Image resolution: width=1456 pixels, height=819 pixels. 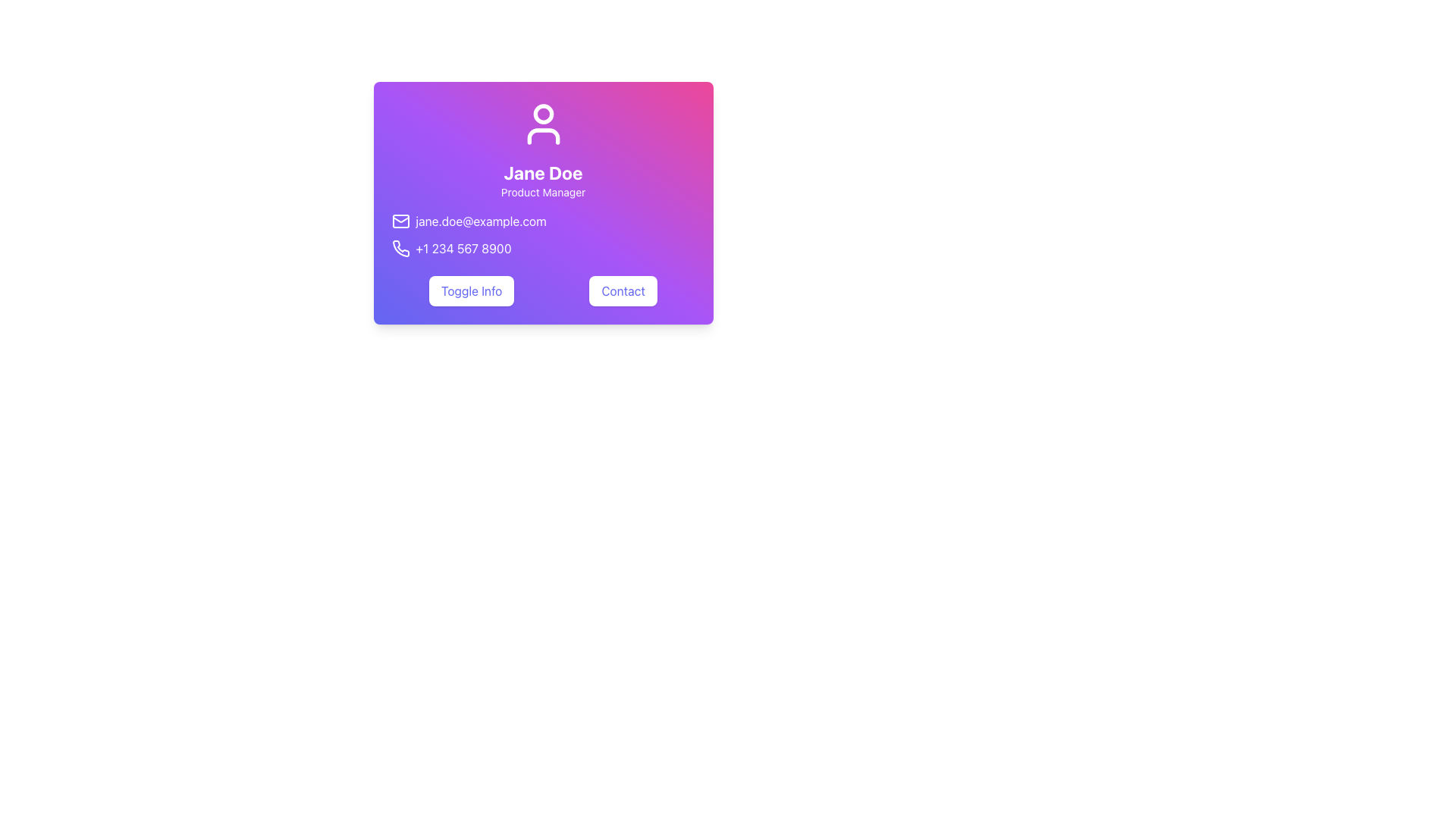 I want to click on the top edge line of the envelope flap in the email icon located above 'jane.doe@example.com', so click(x=400, y=219).